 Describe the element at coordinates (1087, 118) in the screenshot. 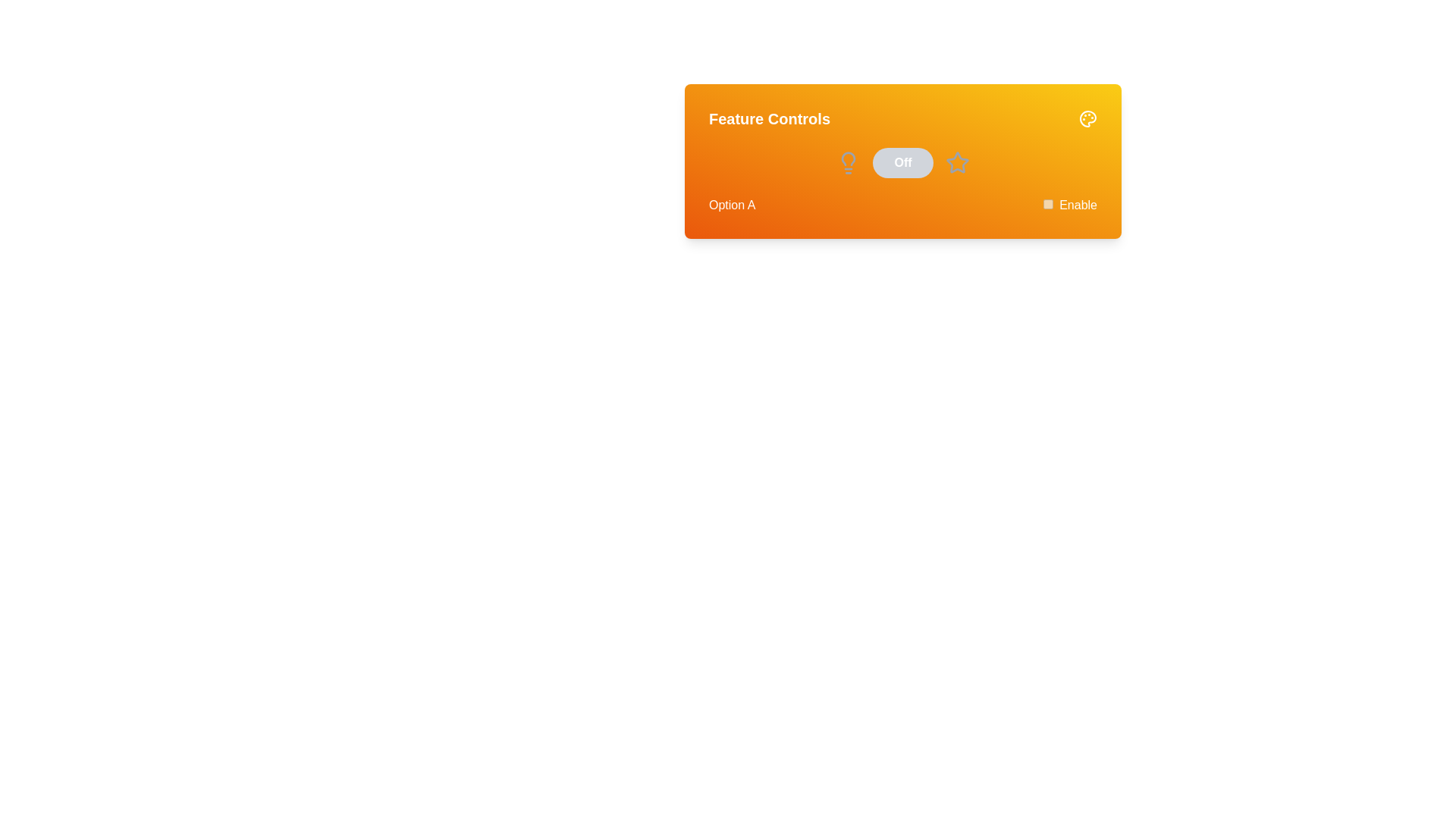

I see `the palette icon located on the far-right edge of the 'Feature Controls' section, which has a circular shape with smaller circular elements indicating paint wells, styled in white on an orange background` at that location.